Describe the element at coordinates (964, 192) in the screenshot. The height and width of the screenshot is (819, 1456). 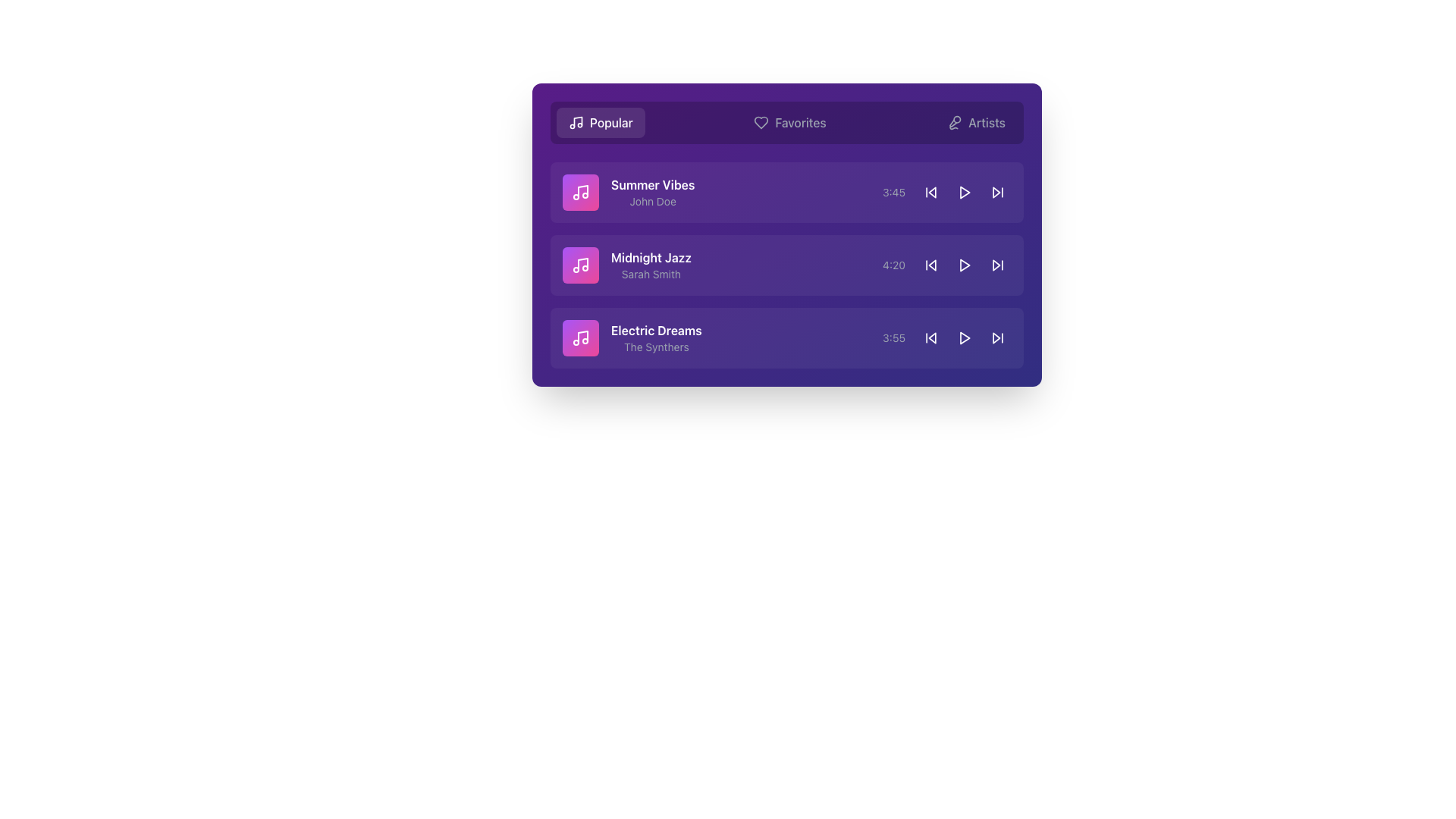
I see `the Play button located to the right of the song duration '3:45' in the first track of the playlist` at that location.